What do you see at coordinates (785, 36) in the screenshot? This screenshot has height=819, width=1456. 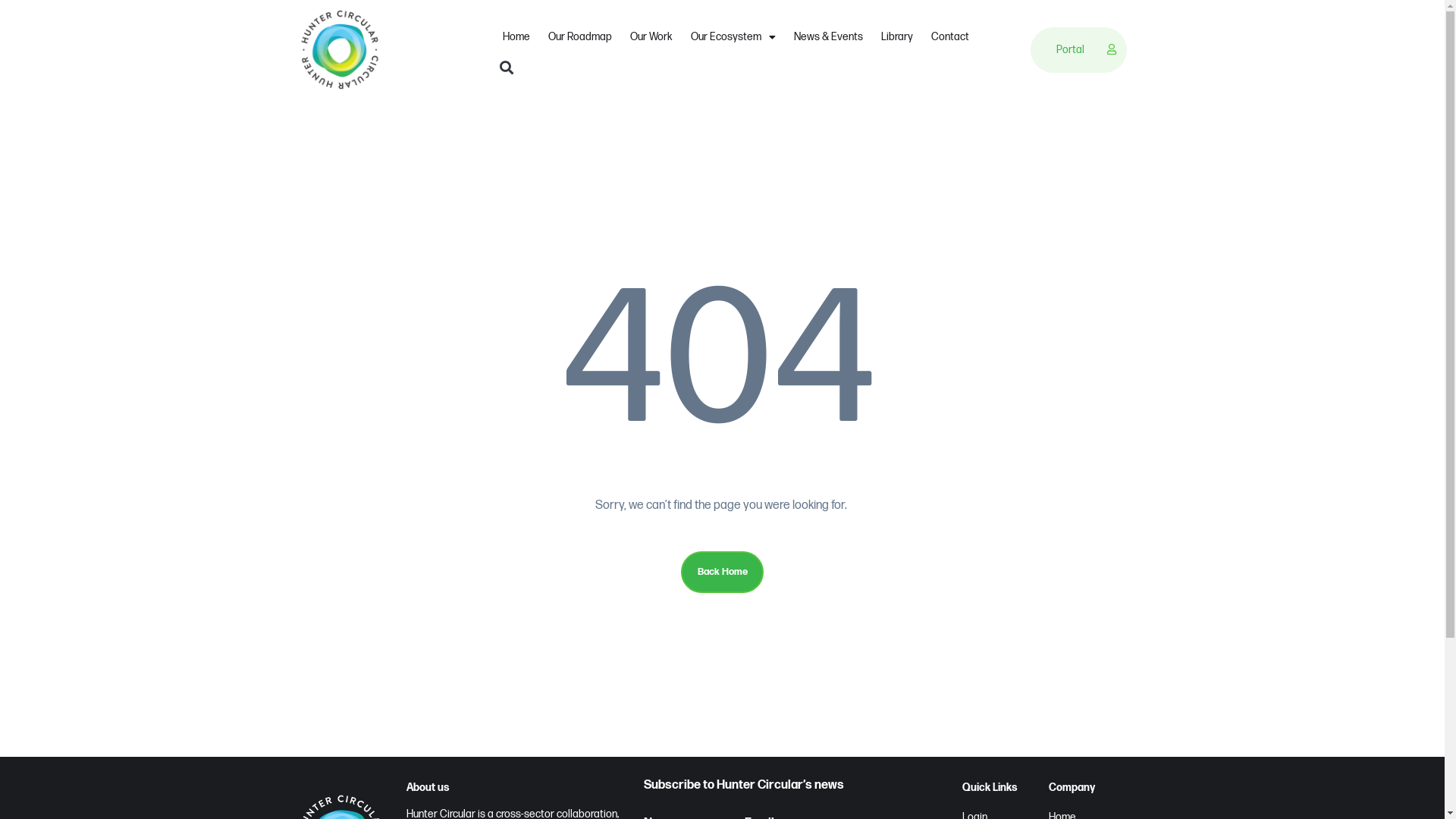 I see `'News & Events'` at bounding box center [785, 36].